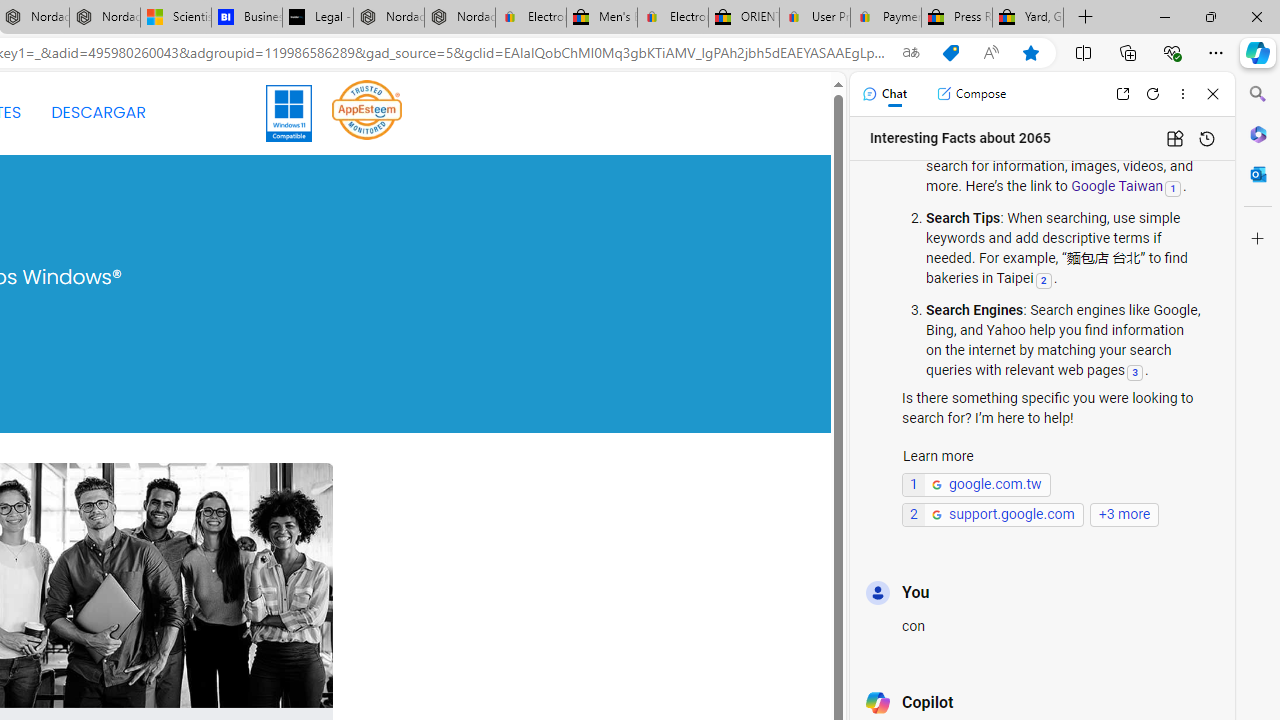  What do you see at coordinates (1257, 173) in the screenshot?
I see `'Outlook'` at bounding box center [1257, 173].